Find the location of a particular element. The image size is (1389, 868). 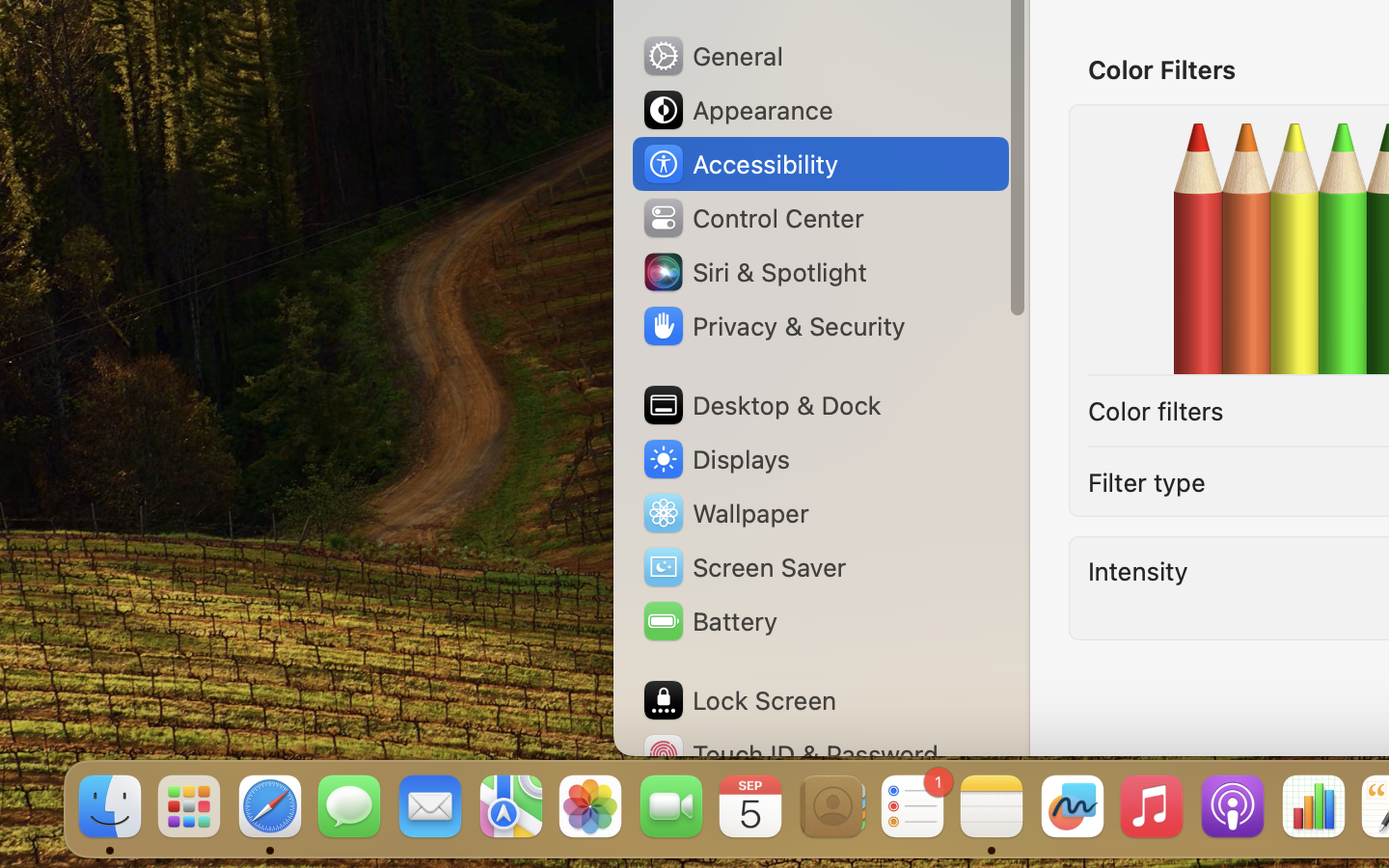

'Control Center' is located at coordinates (751, 217).